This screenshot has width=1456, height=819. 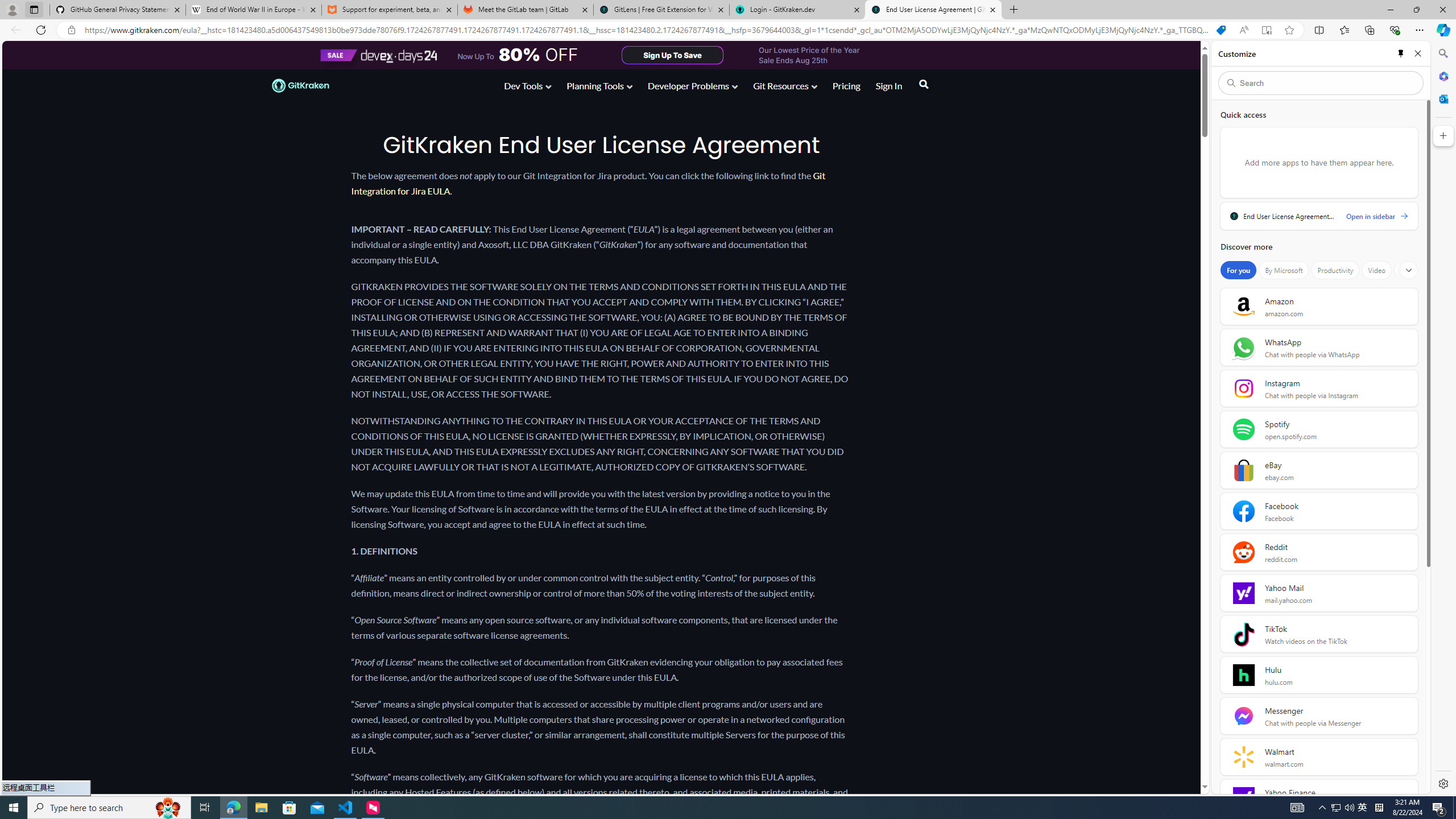 What do you see at coordinates (1238, 270) in the screenshot?
I see `'For you'` at bounding box center [1238, 270].